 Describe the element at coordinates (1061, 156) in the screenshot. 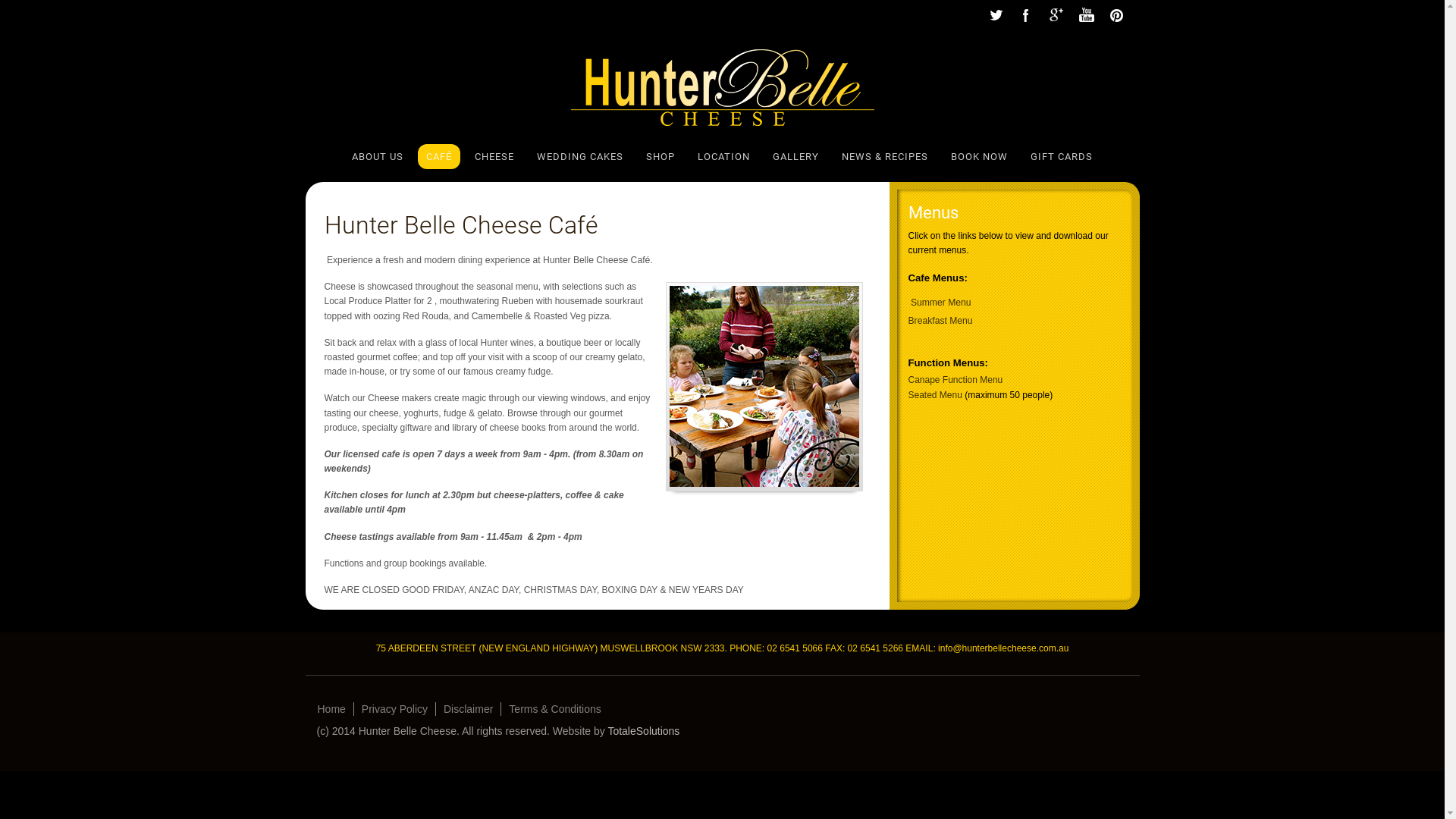

I see `'GIFT CARDS'` at that location.